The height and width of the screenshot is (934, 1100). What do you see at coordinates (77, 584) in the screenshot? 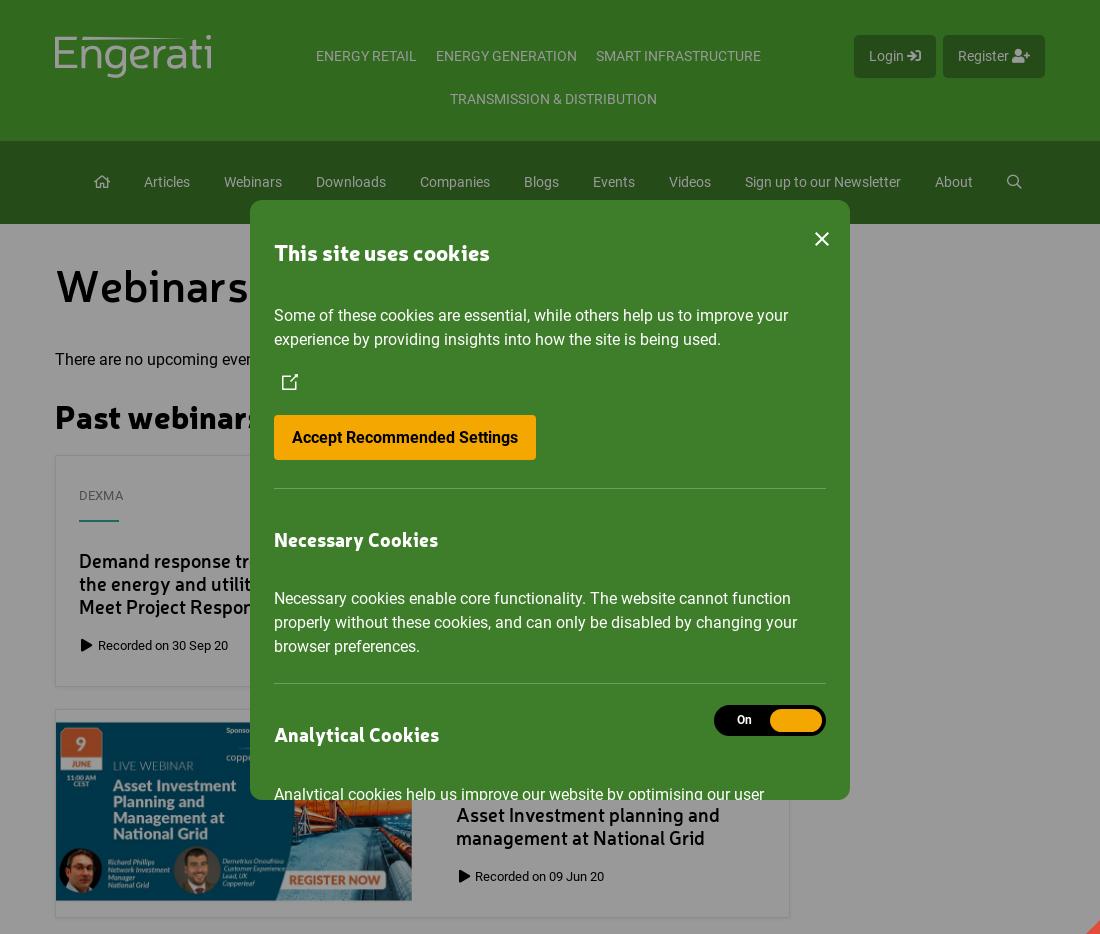
I see `'Demand response trends powering the energy and utilities industry: Meet Project Respond'` at bounding box center [77, 584].